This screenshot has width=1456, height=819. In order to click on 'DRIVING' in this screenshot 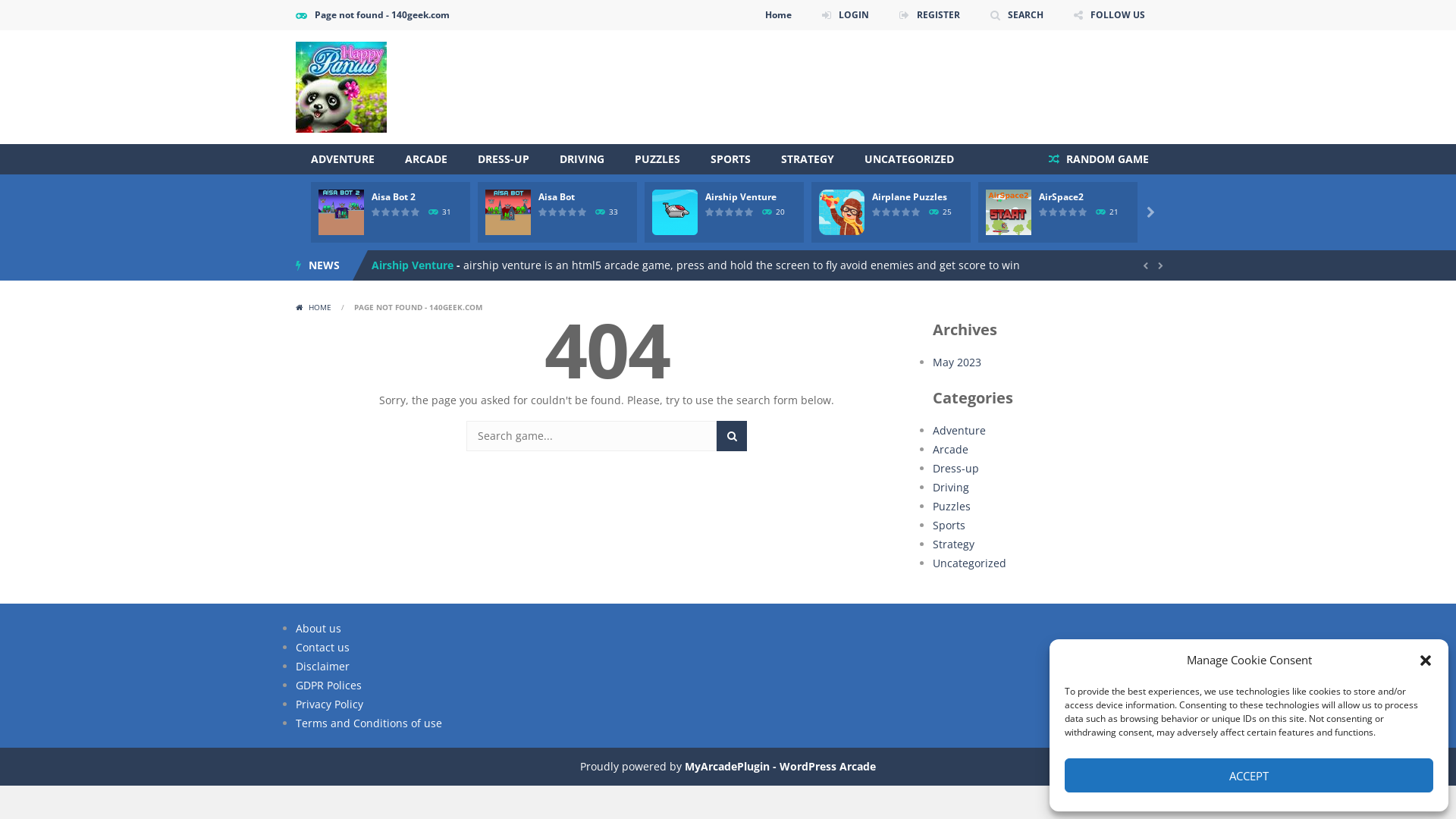, I will do `click(544, 158)`.